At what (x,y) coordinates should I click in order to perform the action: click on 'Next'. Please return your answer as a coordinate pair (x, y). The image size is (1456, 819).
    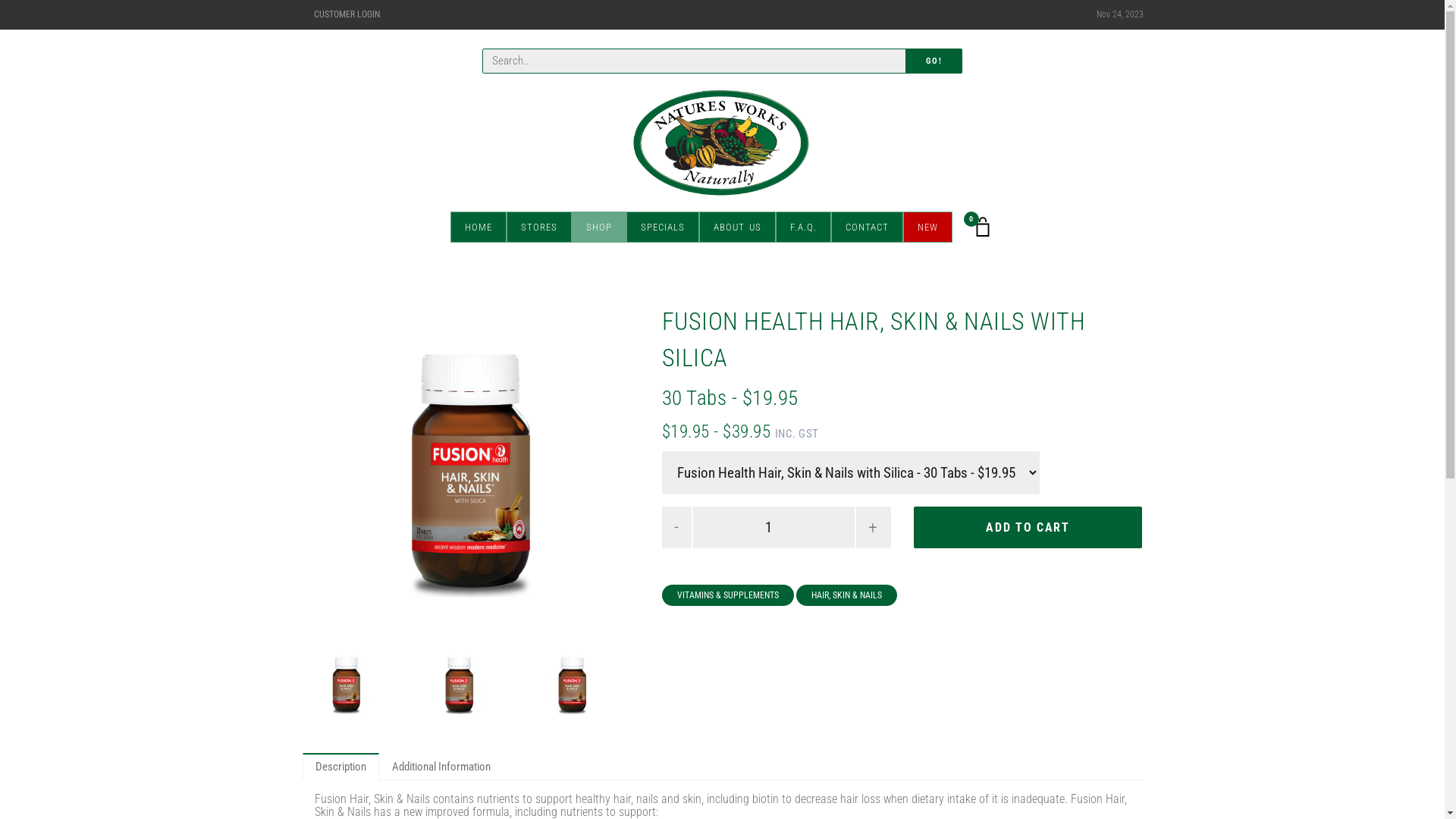
    Looking at the image, I should click on (614, 472).